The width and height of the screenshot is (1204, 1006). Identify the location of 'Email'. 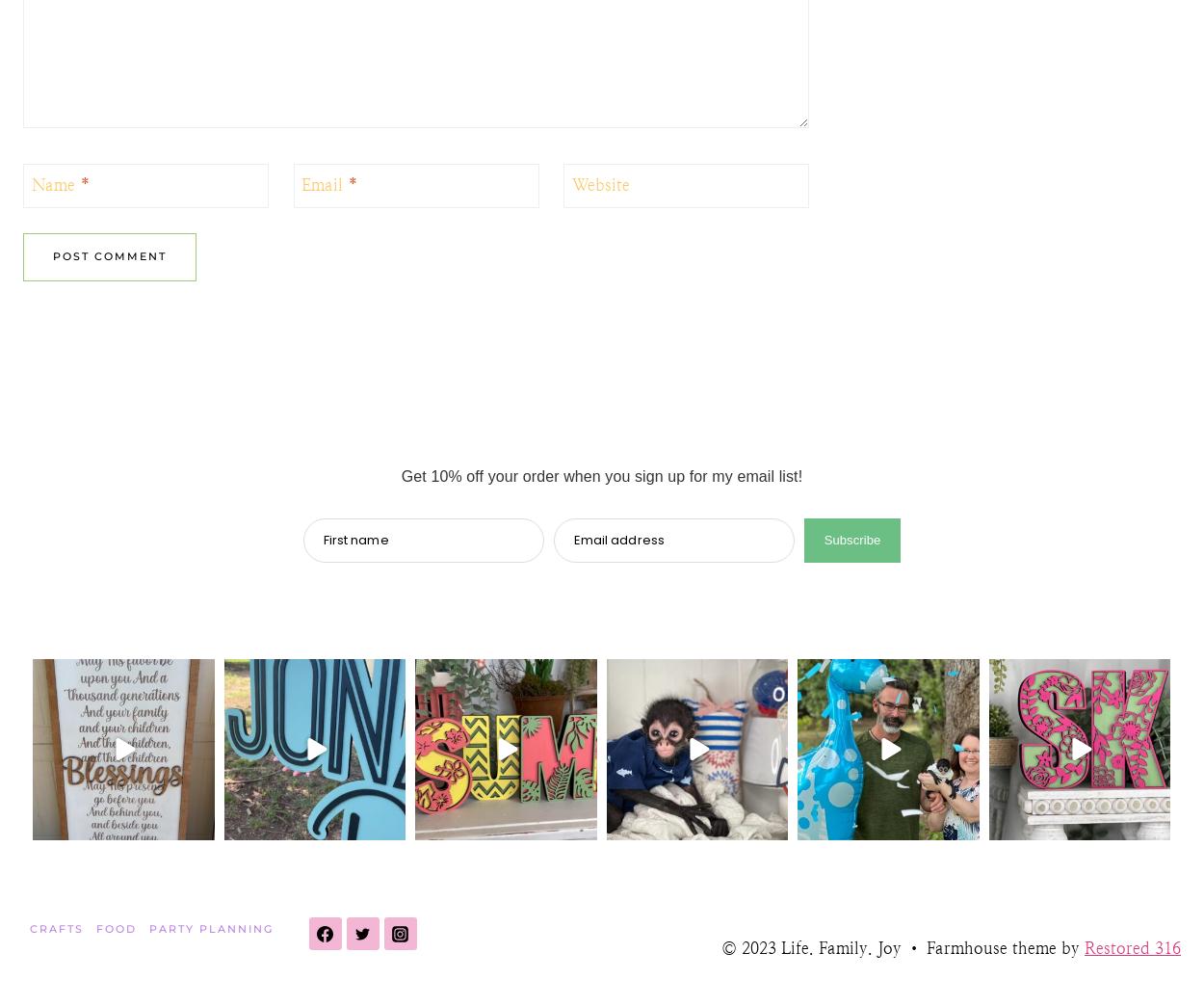
(324, 183).